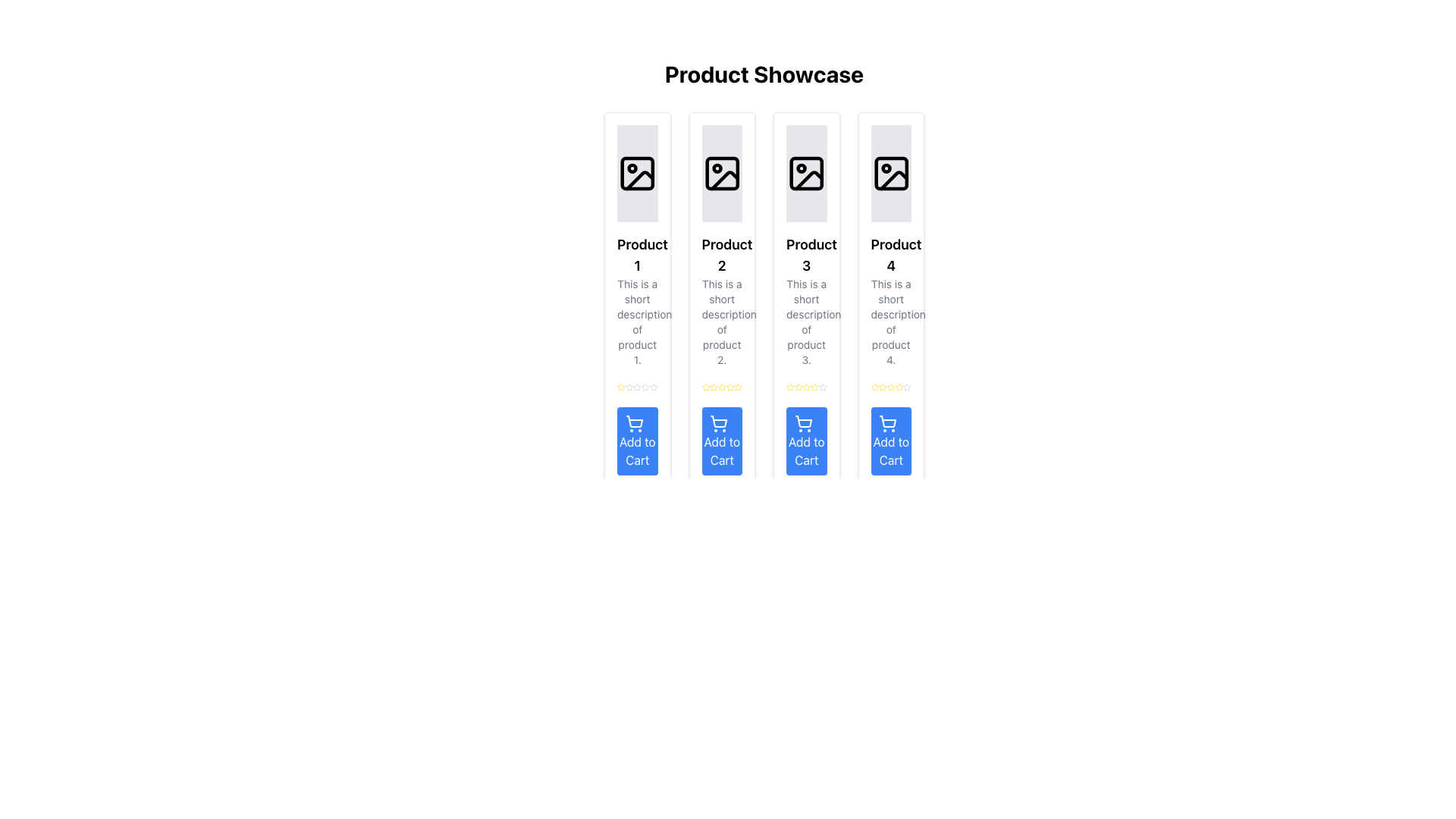 The width and height of the screenshot is (1456, 819). Describe the element at coordinates (713, 386) in the screenshot. I see `the second yellow star-shaped rating icon located below the product description for Product 2 and above the 'Add to Cart' button` at that location.